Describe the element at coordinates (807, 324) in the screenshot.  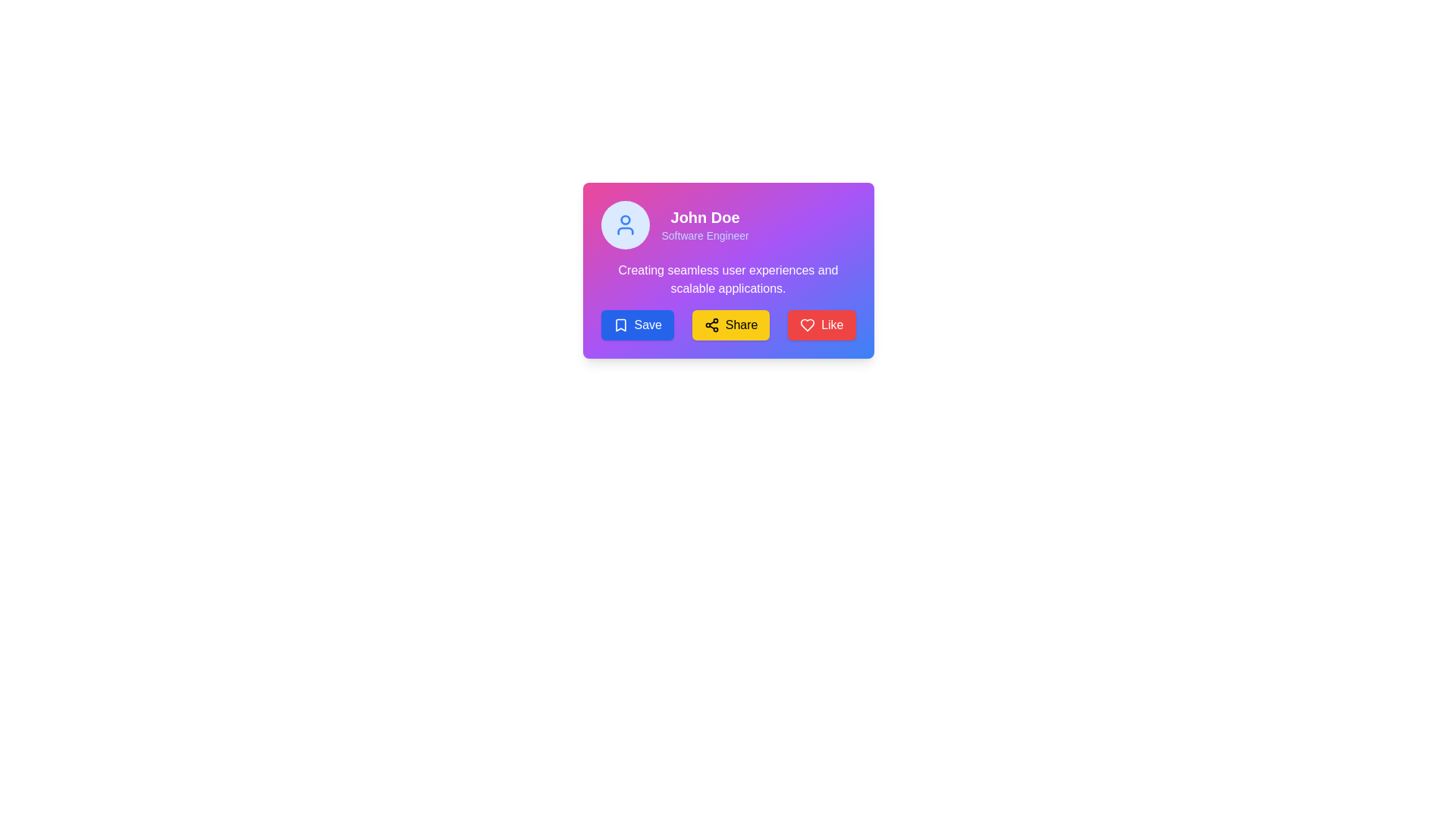
I see `the heart-shaped icon representing the 'Like' action located at the bottom right of the card interface` at that location.